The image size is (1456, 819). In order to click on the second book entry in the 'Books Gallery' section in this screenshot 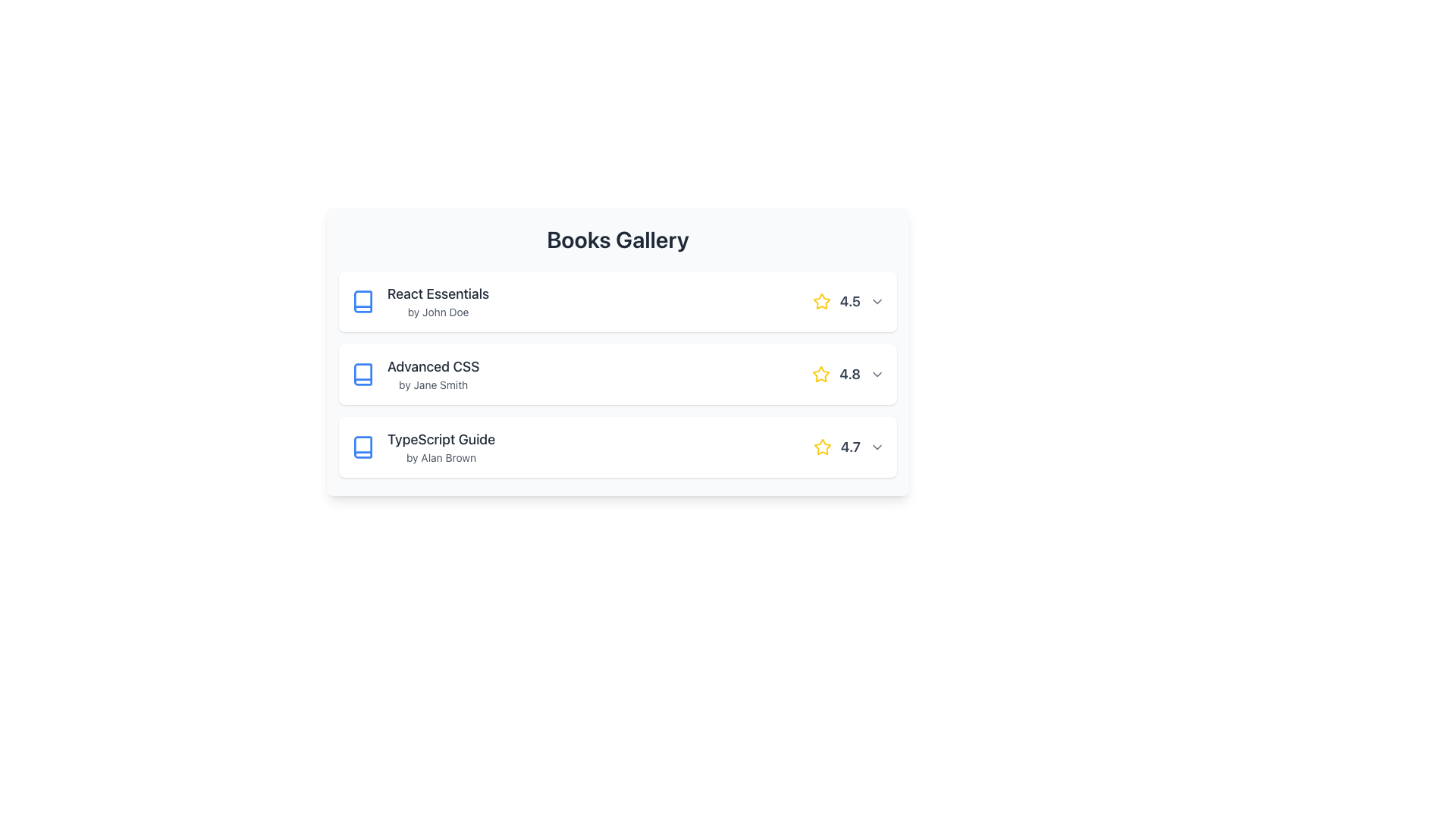, I will do `click(415, 374)`.